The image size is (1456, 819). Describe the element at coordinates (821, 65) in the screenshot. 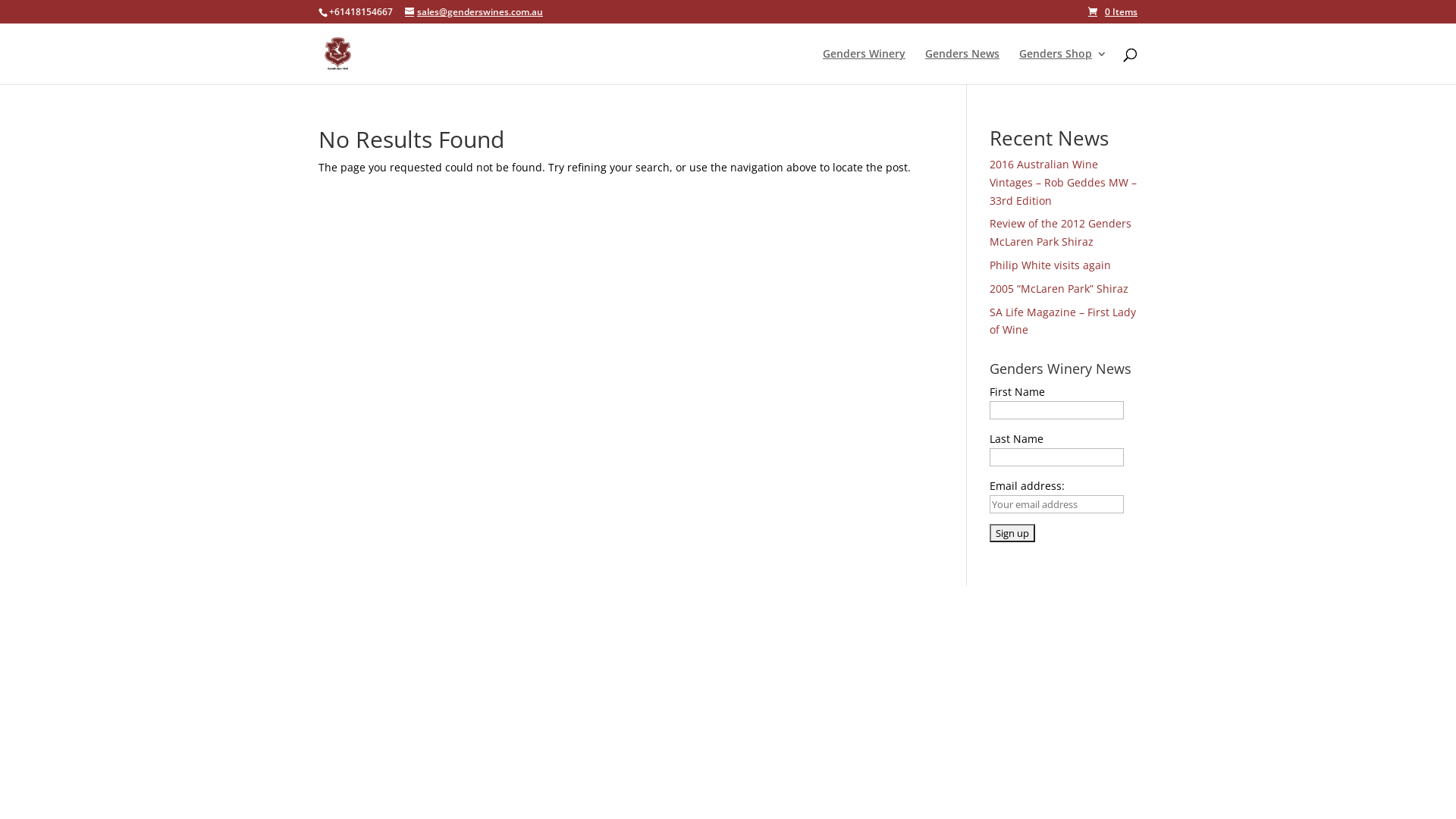

I see `'Genders Winery'` at that location.